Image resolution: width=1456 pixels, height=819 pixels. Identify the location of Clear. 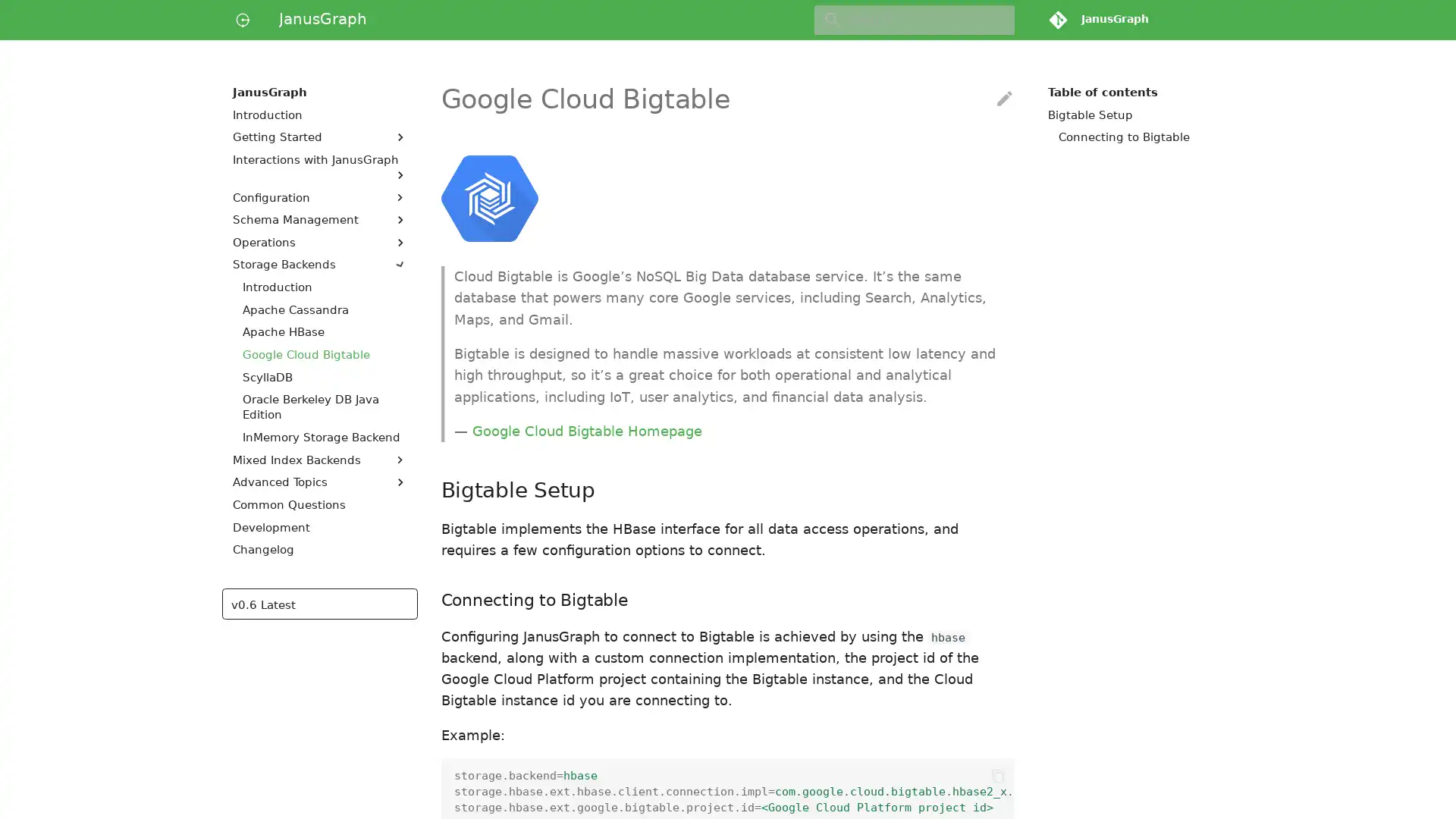
(996, 20).